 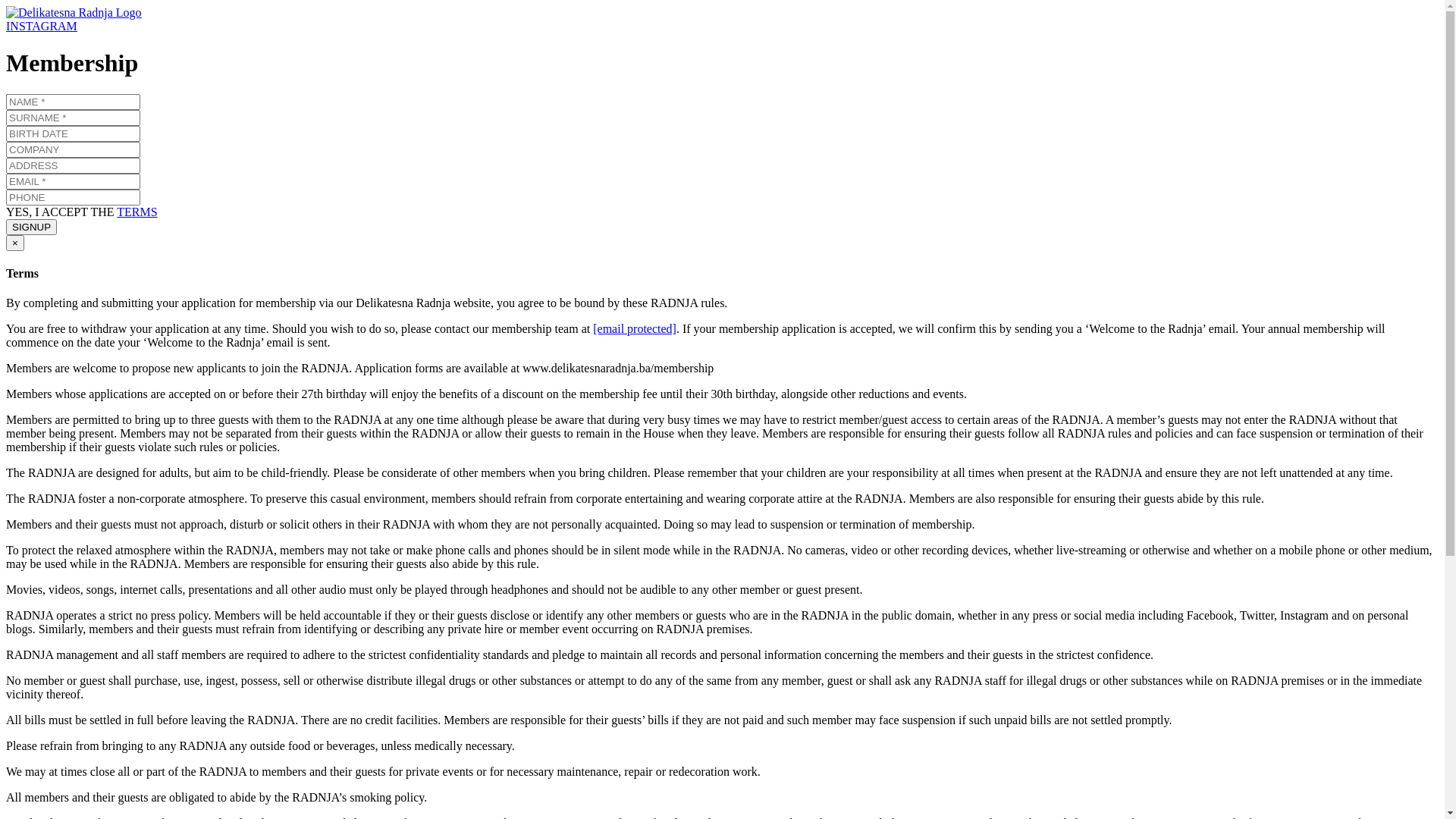 I want to click on '[email protected]', so click(x=634, y=328).